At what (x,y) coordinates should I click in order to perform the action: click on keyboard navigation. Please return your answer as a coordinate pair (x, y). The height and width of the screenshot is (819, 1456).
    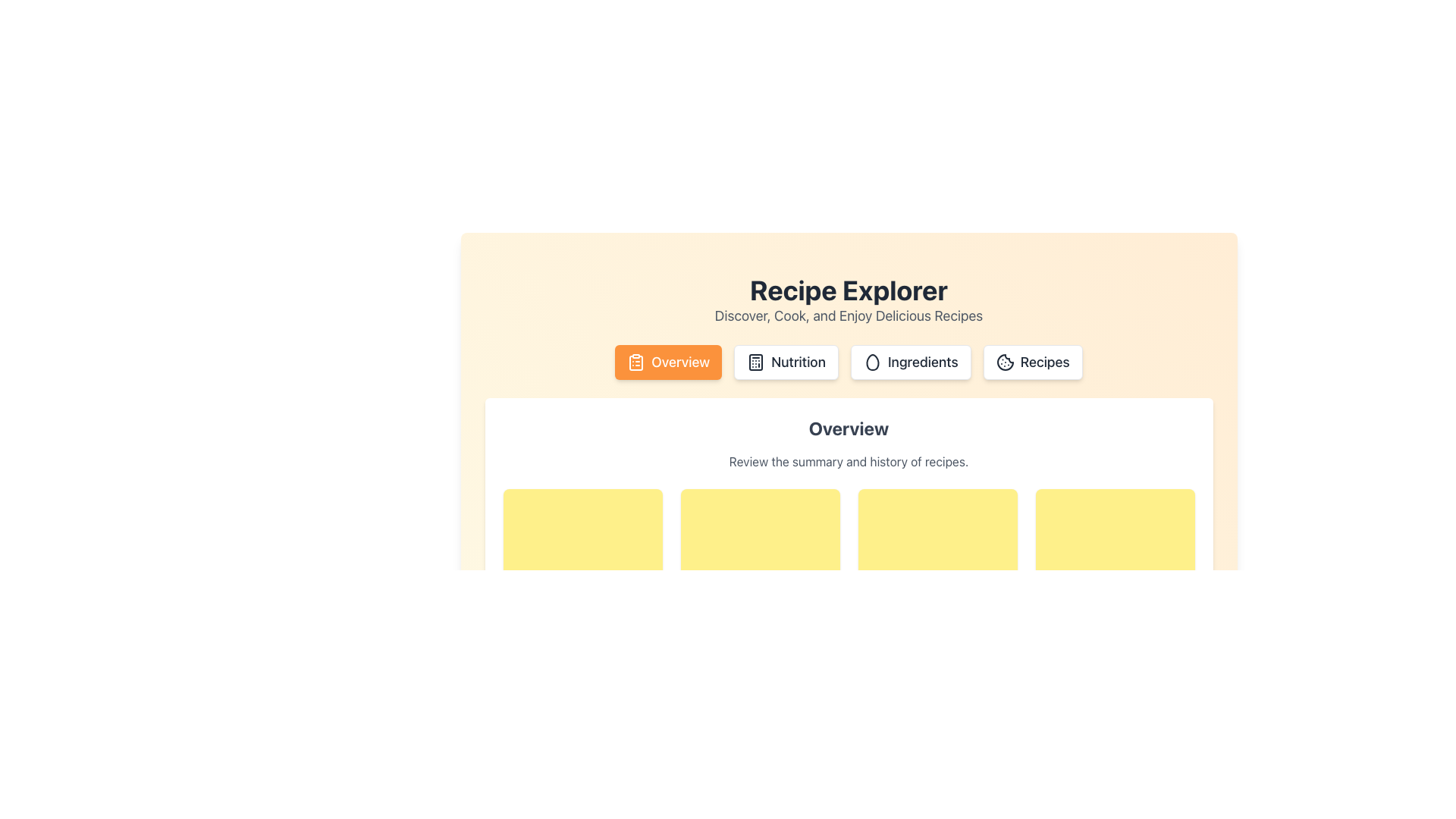
    Looking at the image, I should click on (786, 362).